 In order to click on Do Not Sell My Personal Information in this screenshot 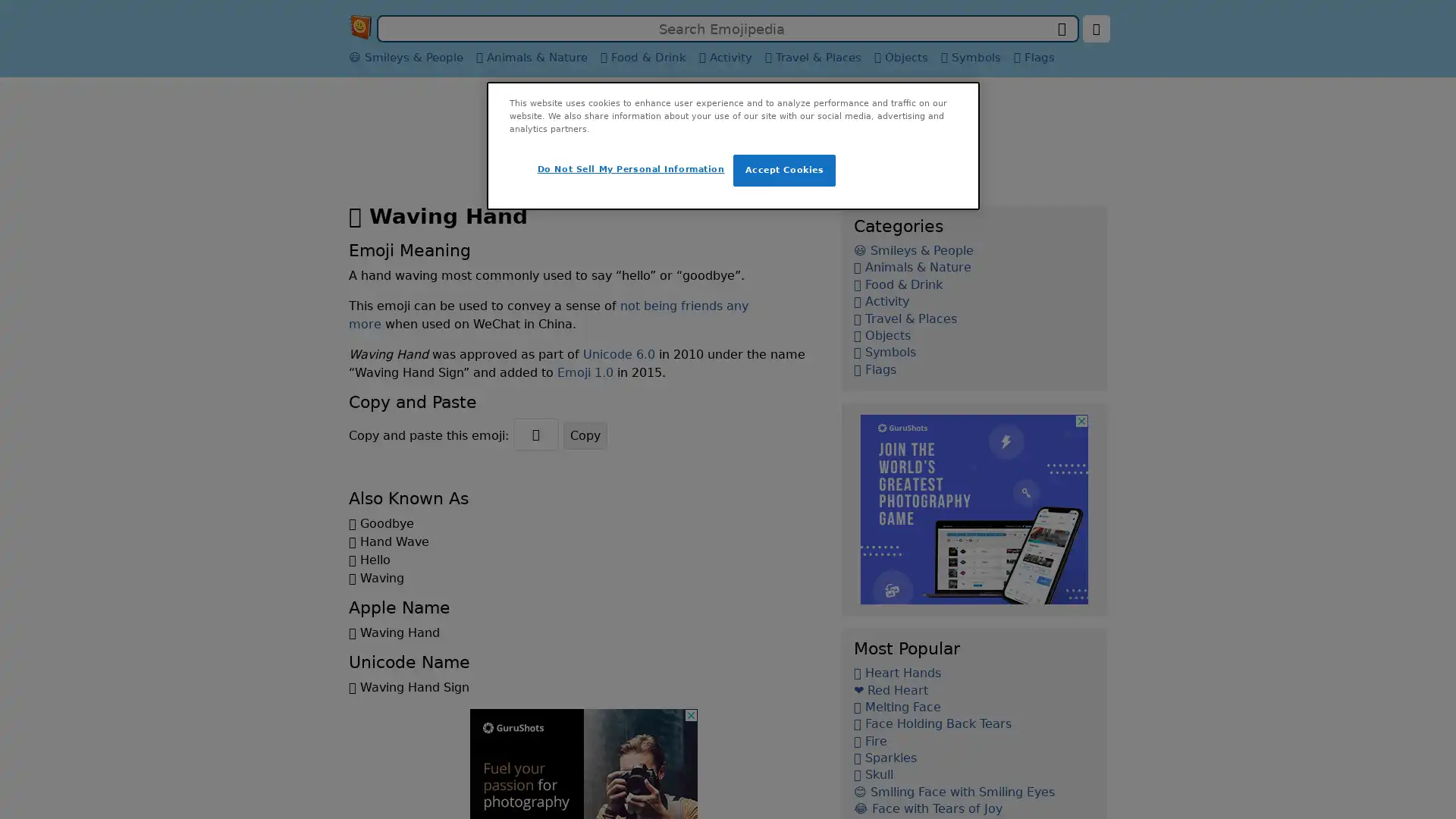, I will do `click(630, 169)`.